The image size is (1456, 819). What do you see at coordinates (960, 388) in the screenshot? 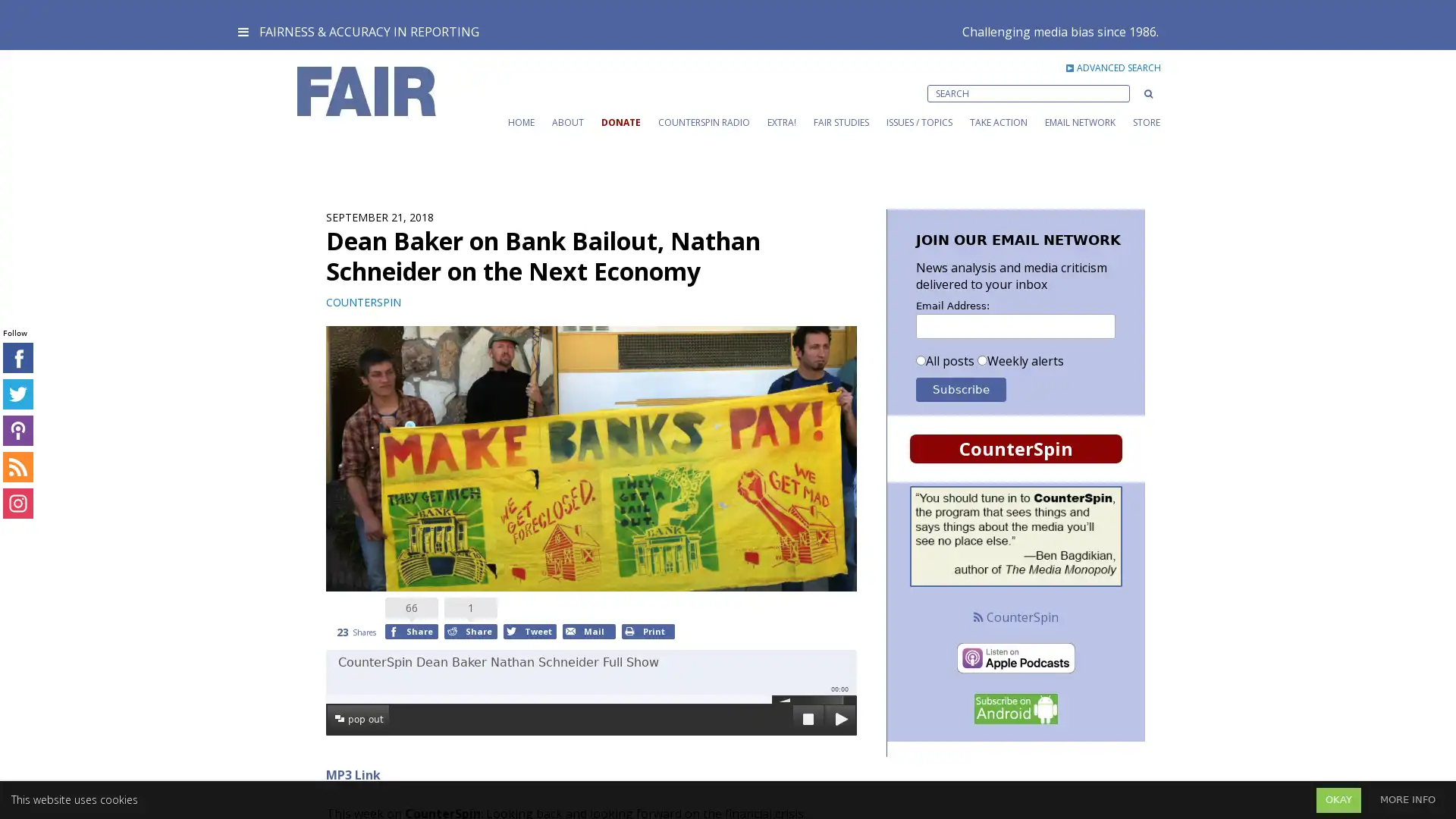
I see `Subscribe` at bounding box center [960, 388].